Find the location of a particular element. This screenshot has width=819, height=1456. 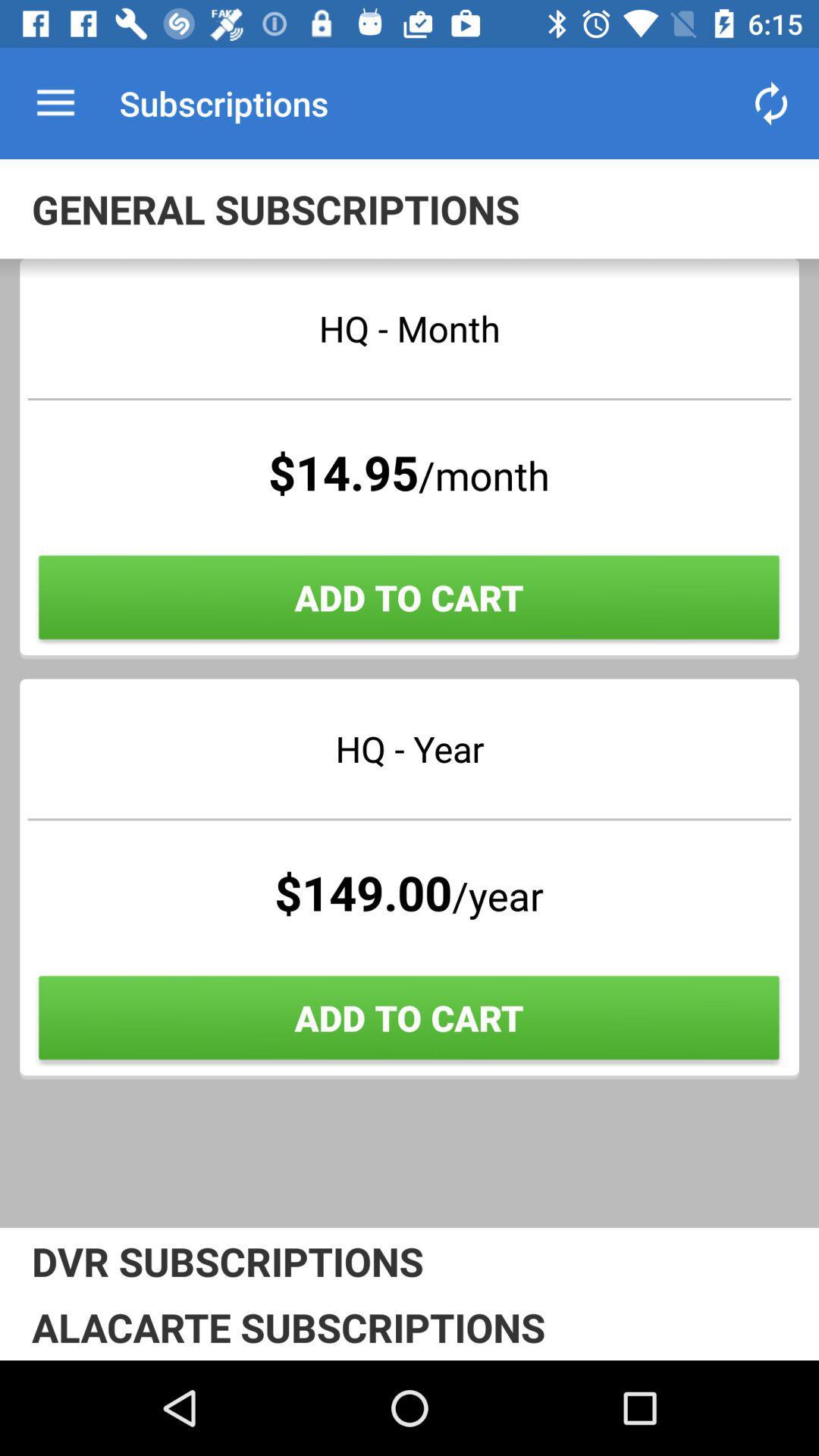

the item next to the subscriptions item is located at coordinates (771, 102).